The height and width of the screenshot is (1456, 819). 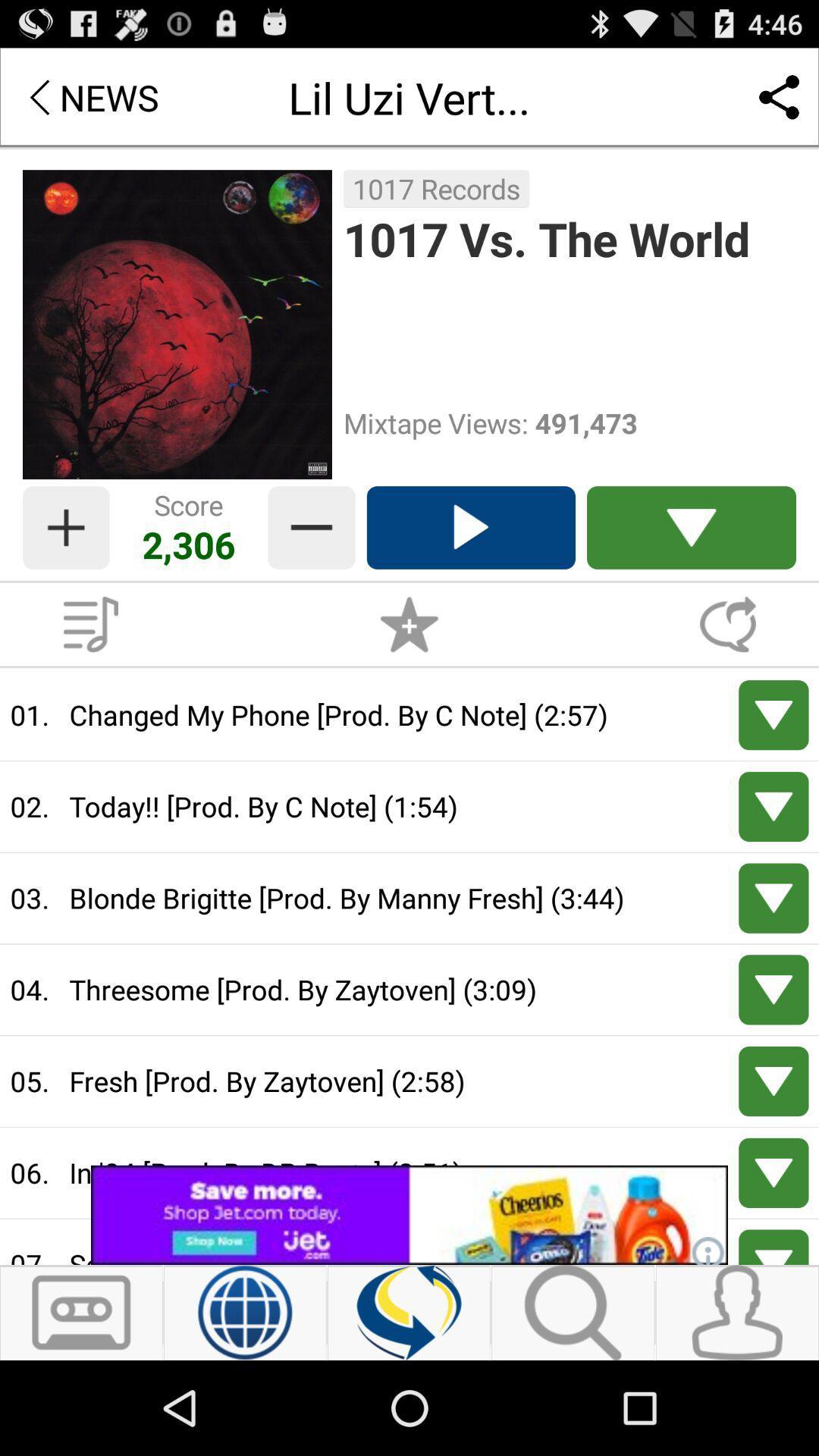 What do you see at coordinates (773, 805) in the screenshot?
I see `open song` at bounding box center [773, 805].